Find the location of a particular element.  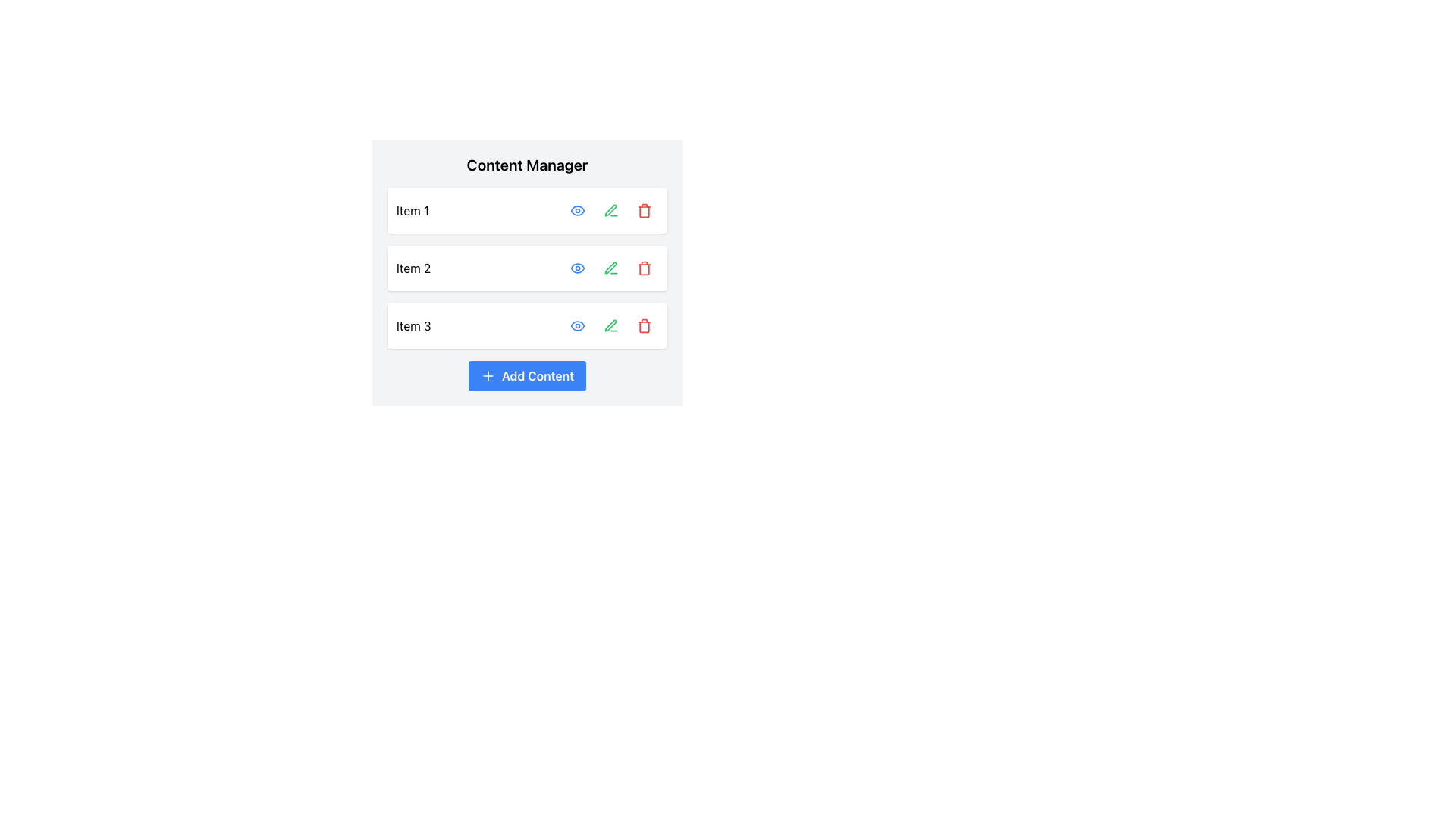

the 'Content Manager' header text, which is styled in bold and slightly larger font, positioned at the top of the section with a light gray background is located at coordinates (527, 165).